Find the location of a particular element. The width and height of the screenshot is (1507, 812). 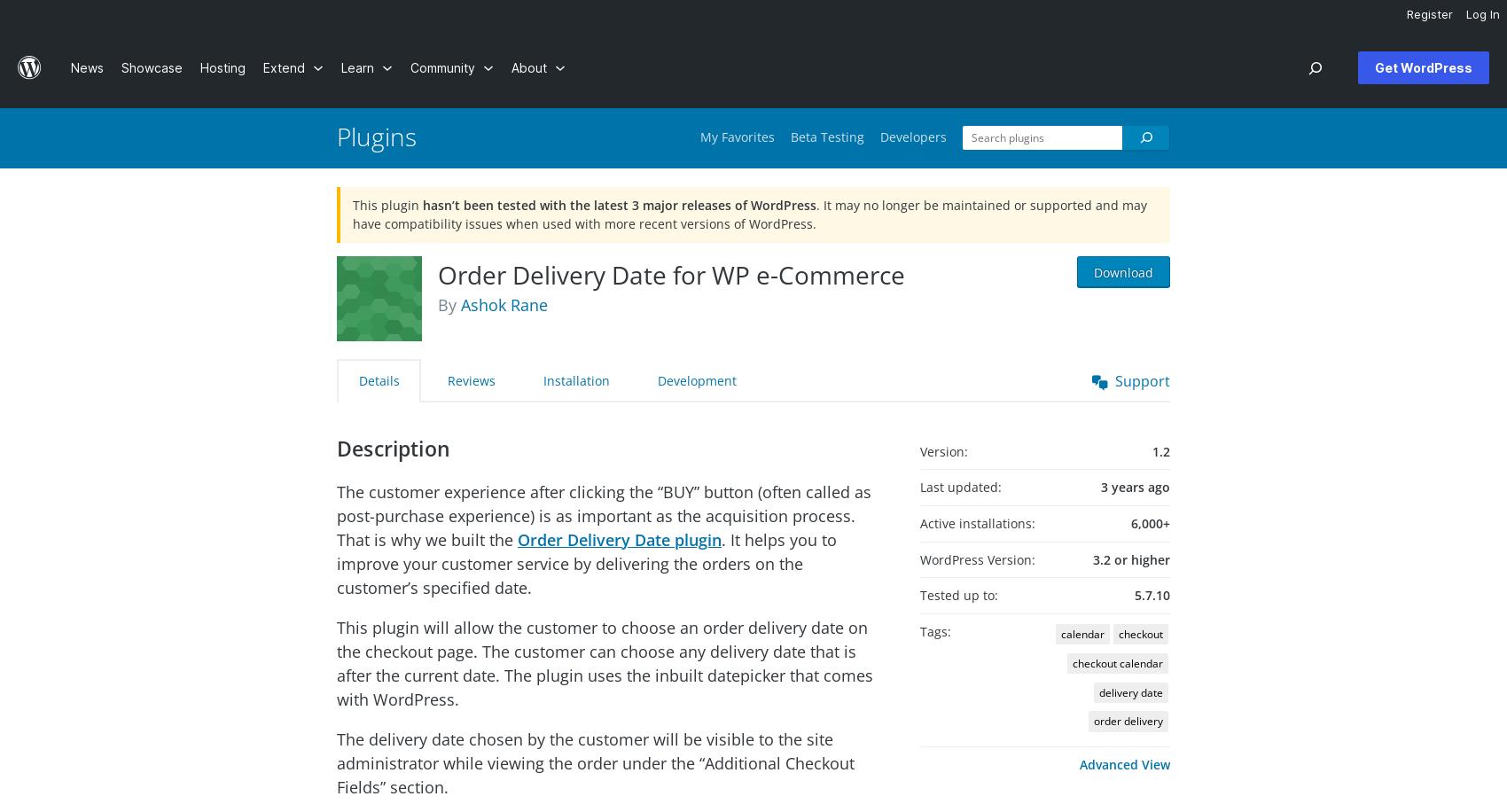

'Tags:' is located at coordinates (934, 630).